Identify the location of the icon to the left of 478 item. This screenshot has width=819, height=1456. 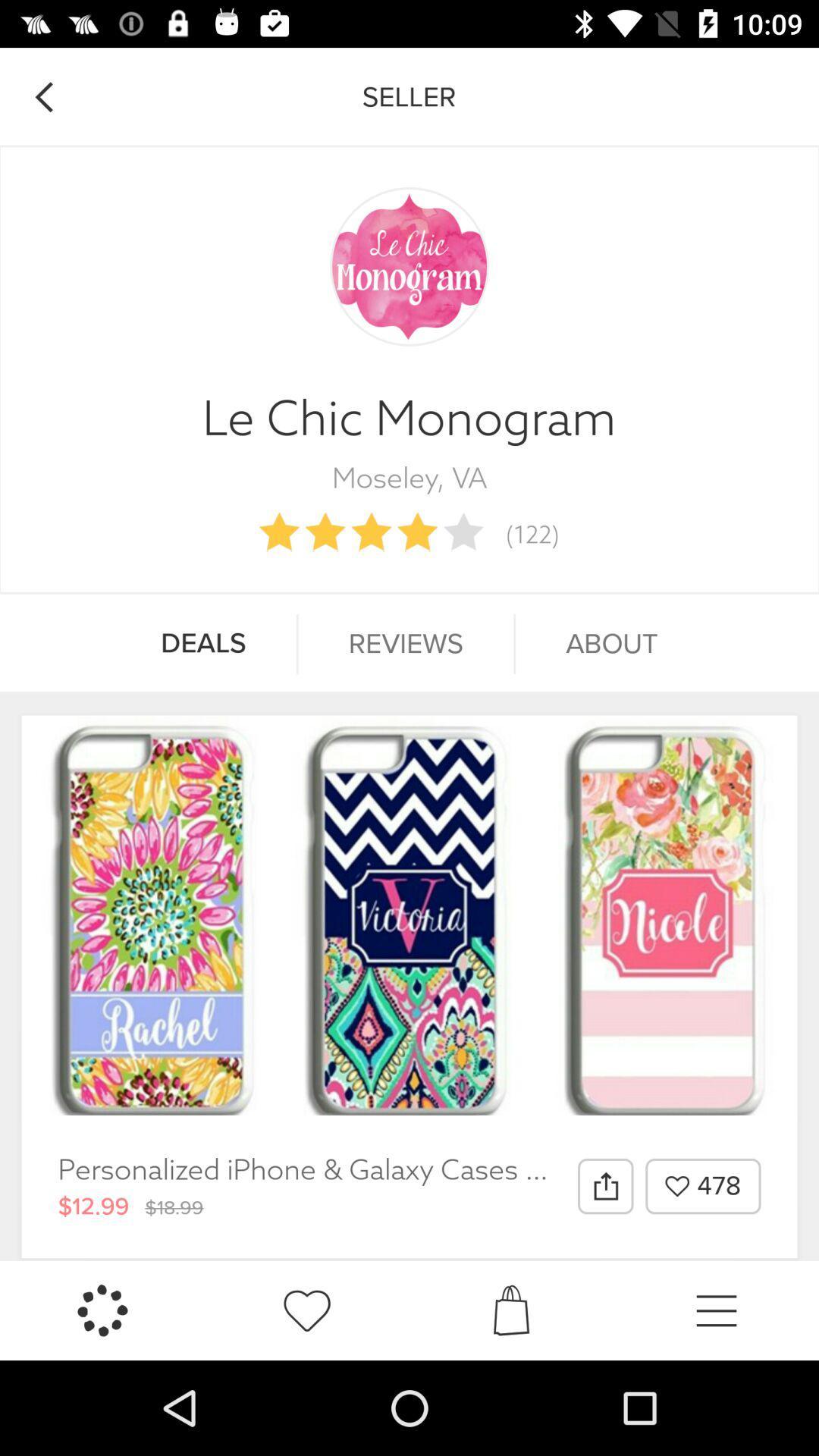
(604, 1185).